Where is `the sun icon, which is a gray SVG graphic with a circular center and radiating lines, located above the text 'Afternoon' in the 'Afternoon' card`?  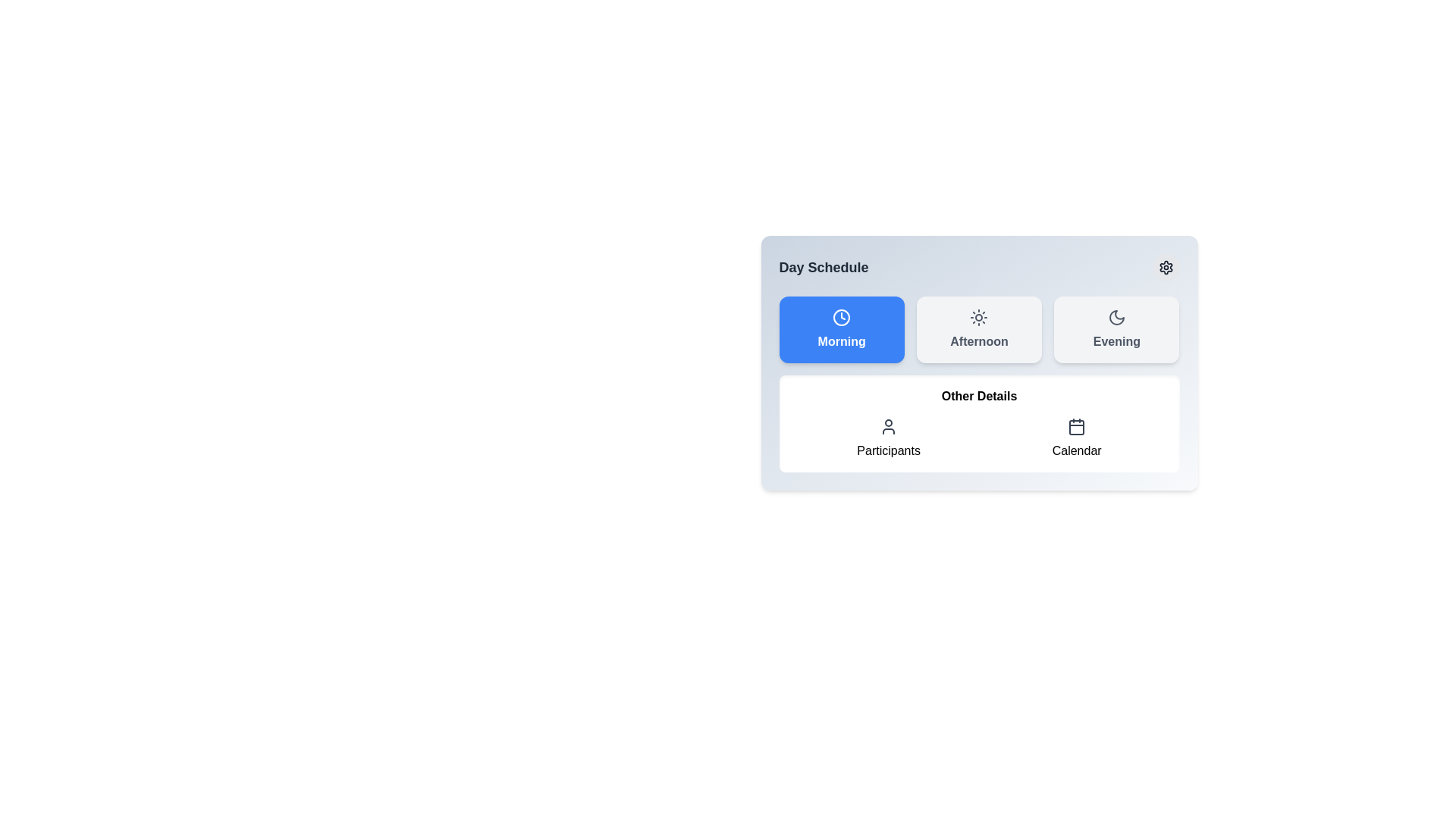 the sun icon, which is a gray SVG graphic with a circular center and radiating lines, located above the text 'Afternoon' in the 'Afternoon' card is located at coordinates (979, 317).